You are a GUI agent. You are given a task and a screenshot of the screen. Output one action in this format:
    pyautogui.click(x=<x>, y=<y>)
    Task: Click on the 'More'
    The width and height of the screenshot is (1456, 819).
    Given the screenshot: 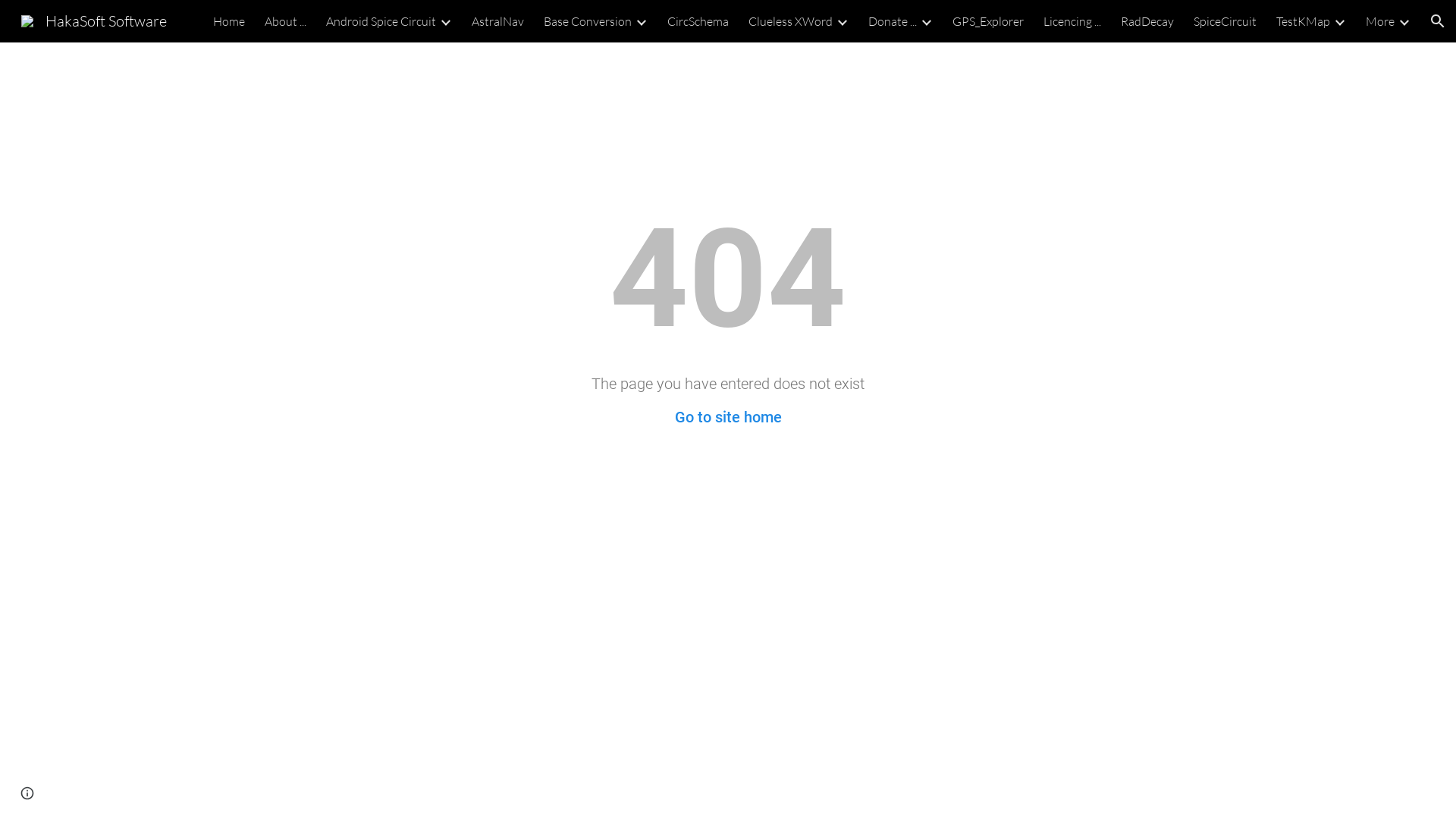 What is the action you would take?
    pyautogui.click(x=1379, y=20)
    